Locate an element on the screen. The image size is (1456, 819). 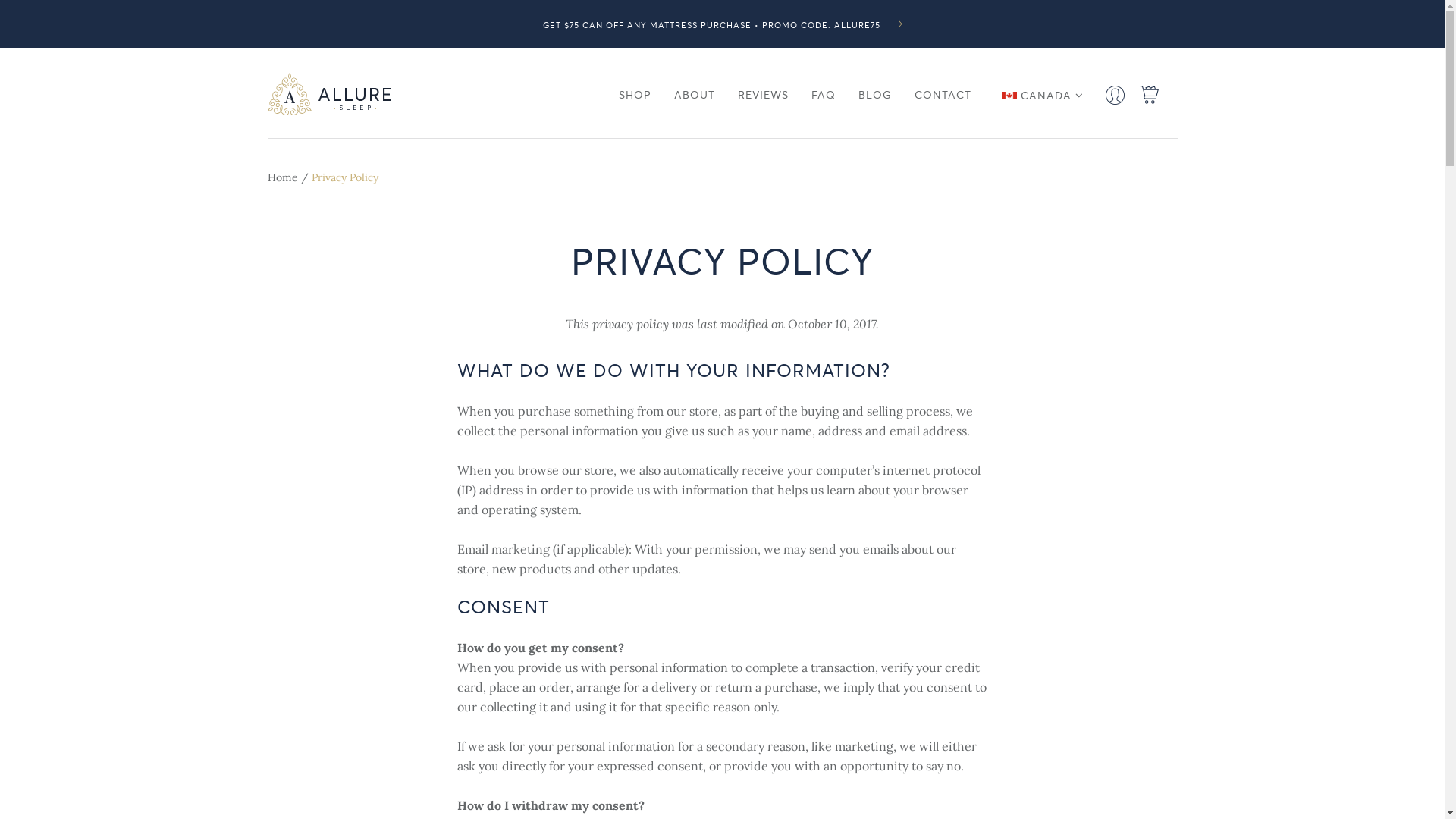
'CONTACT' is located at coordinates (942, 94).